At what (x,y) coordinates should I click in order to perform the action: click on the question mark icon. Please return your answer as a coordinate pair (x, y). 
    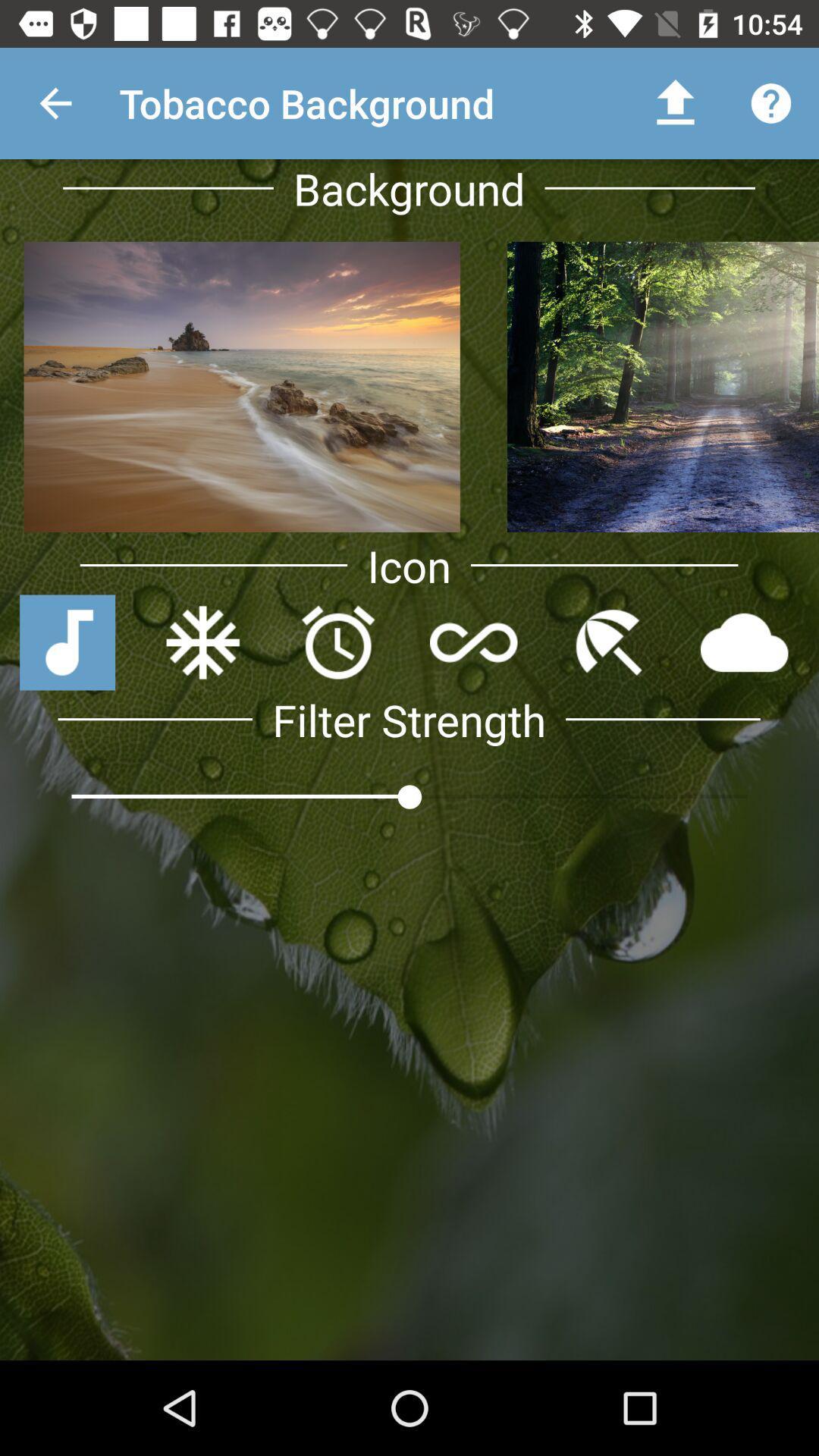
    Looking at the image, I should click on (771, 103).